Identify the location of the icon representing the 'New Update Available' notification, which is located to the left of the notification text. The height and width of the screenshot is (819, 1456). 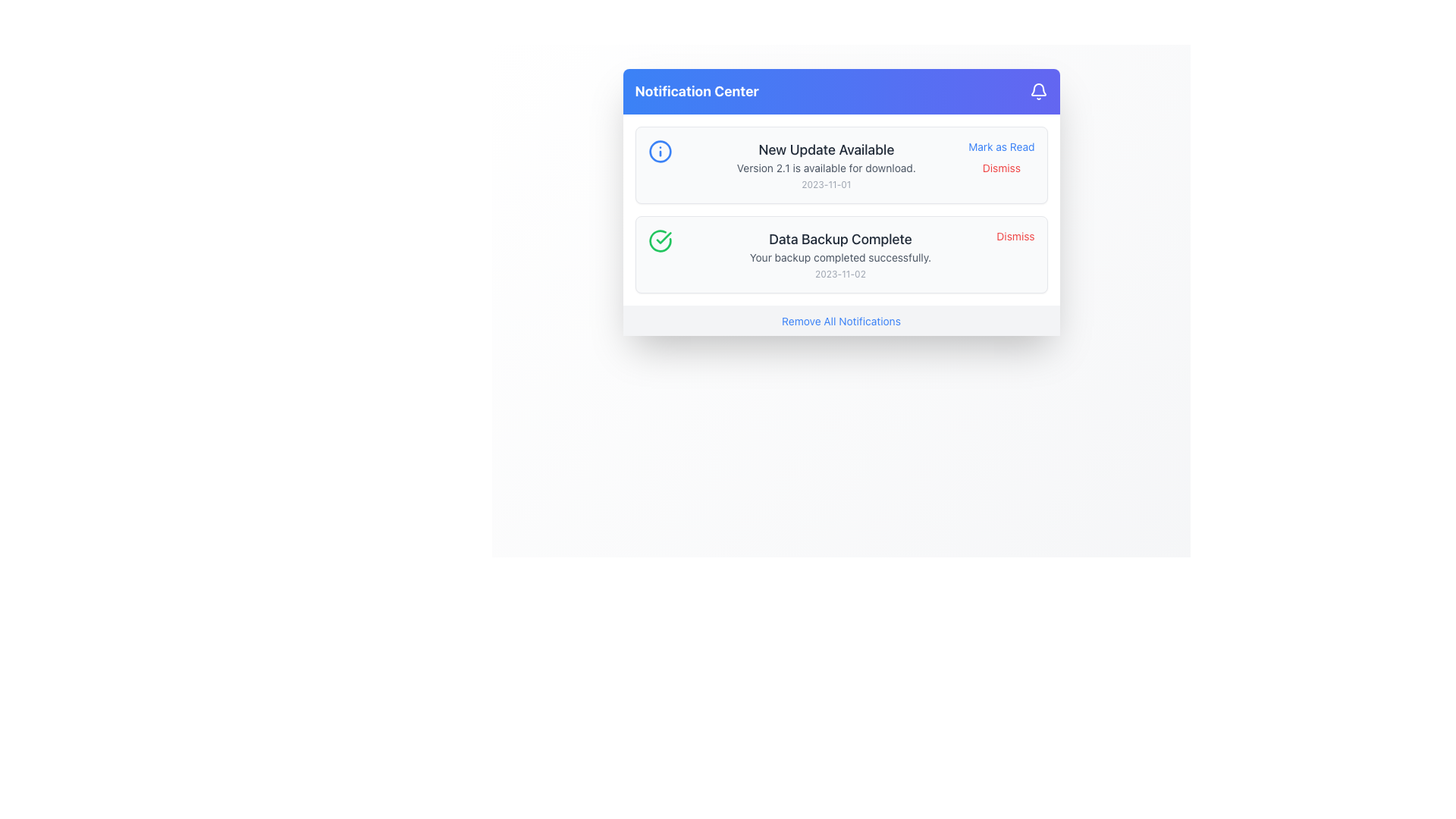
(660, 152).